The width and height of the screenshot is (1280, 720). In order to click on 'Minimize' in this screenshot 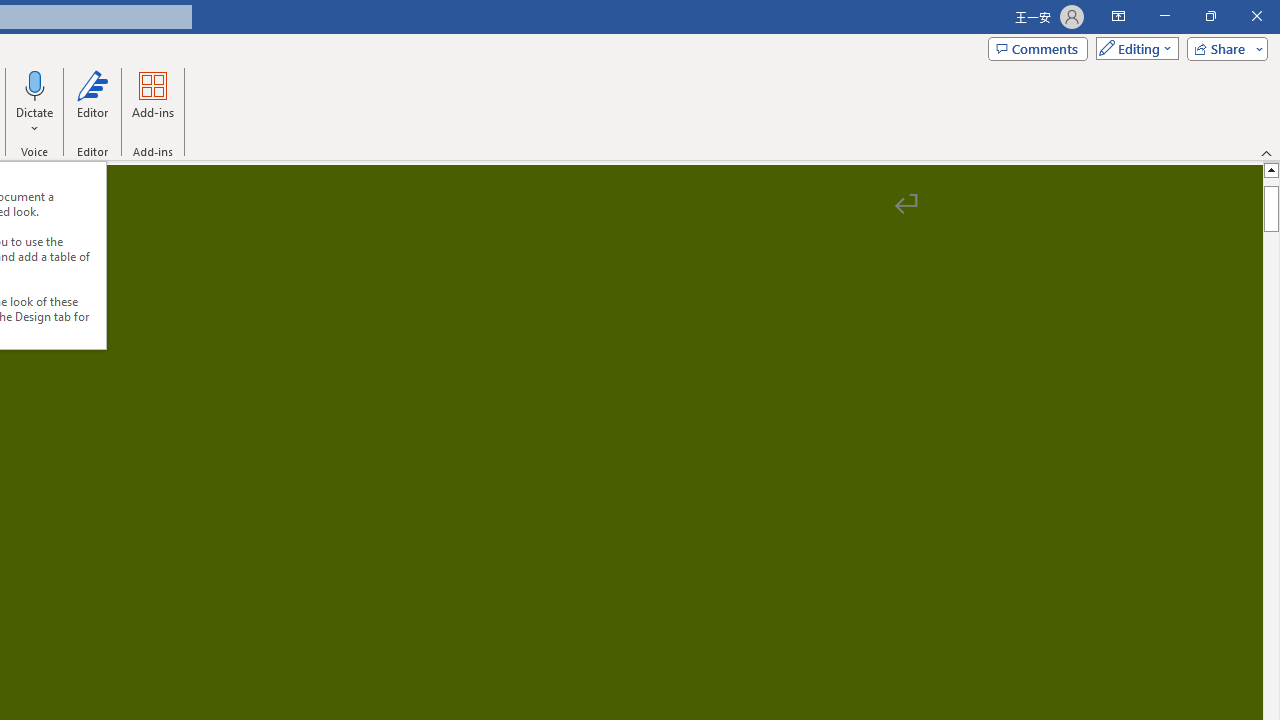, I will do `click(1164, 16)`.